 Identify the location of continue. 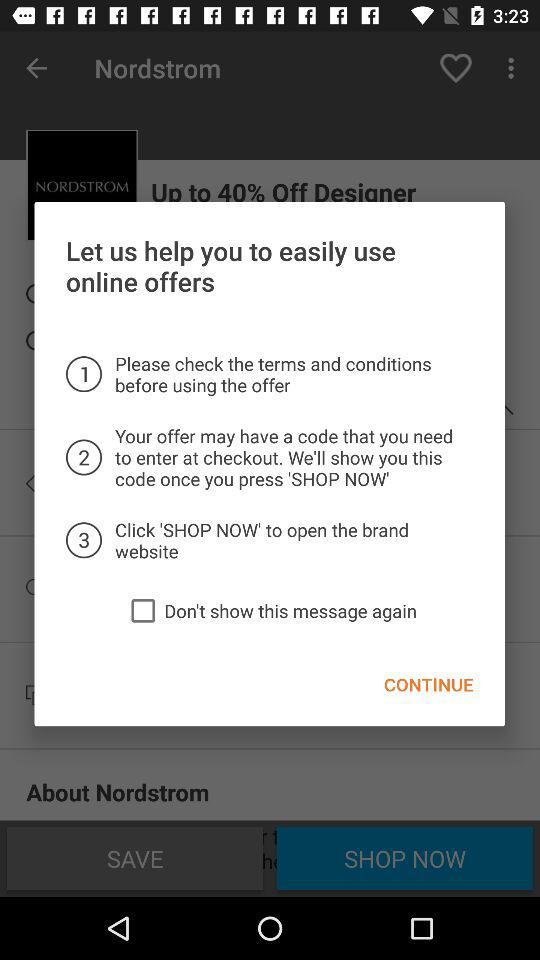
(427, 684).